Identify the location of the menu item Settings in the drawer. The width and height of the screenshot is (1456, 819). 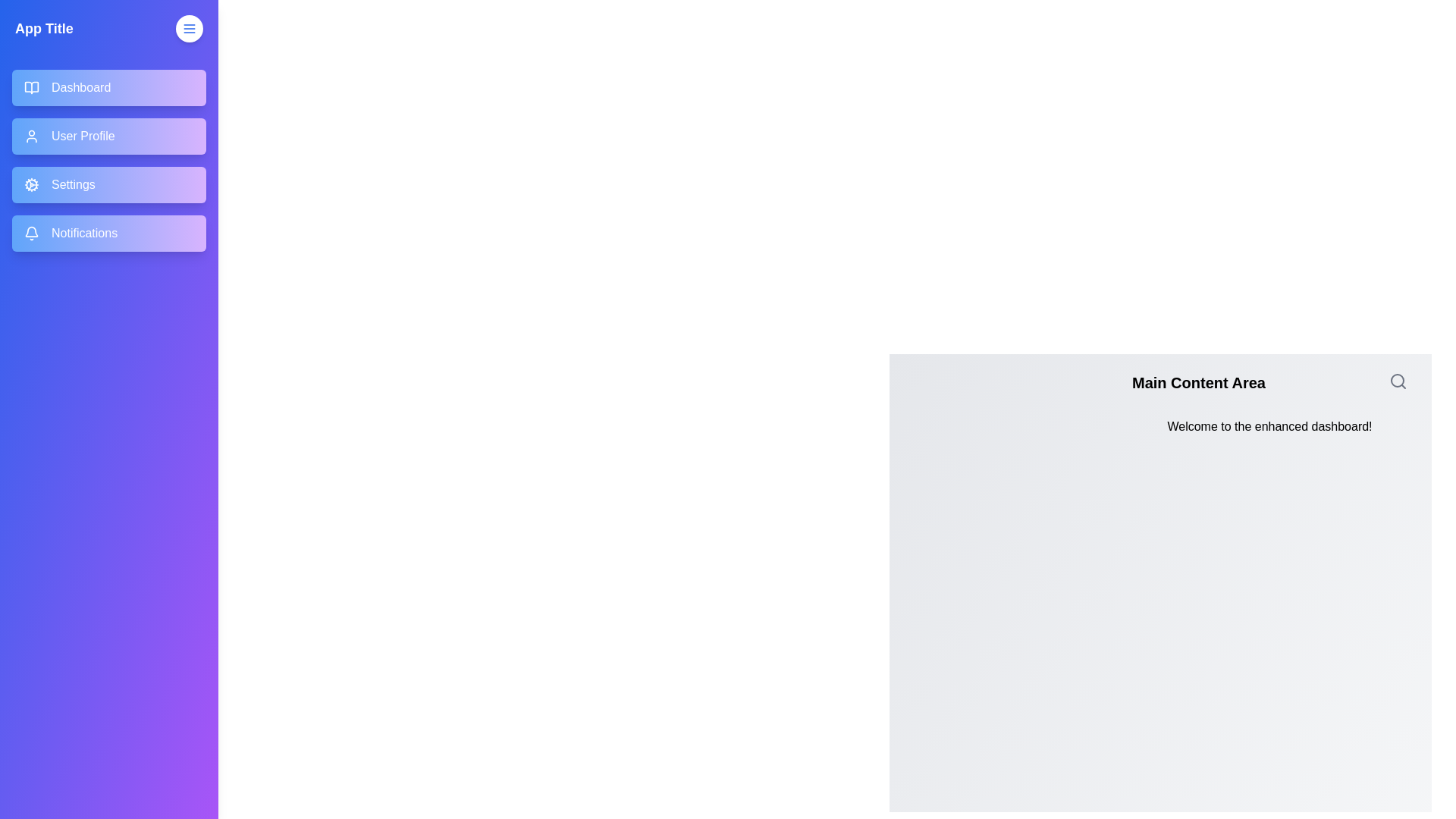
(108, 184).